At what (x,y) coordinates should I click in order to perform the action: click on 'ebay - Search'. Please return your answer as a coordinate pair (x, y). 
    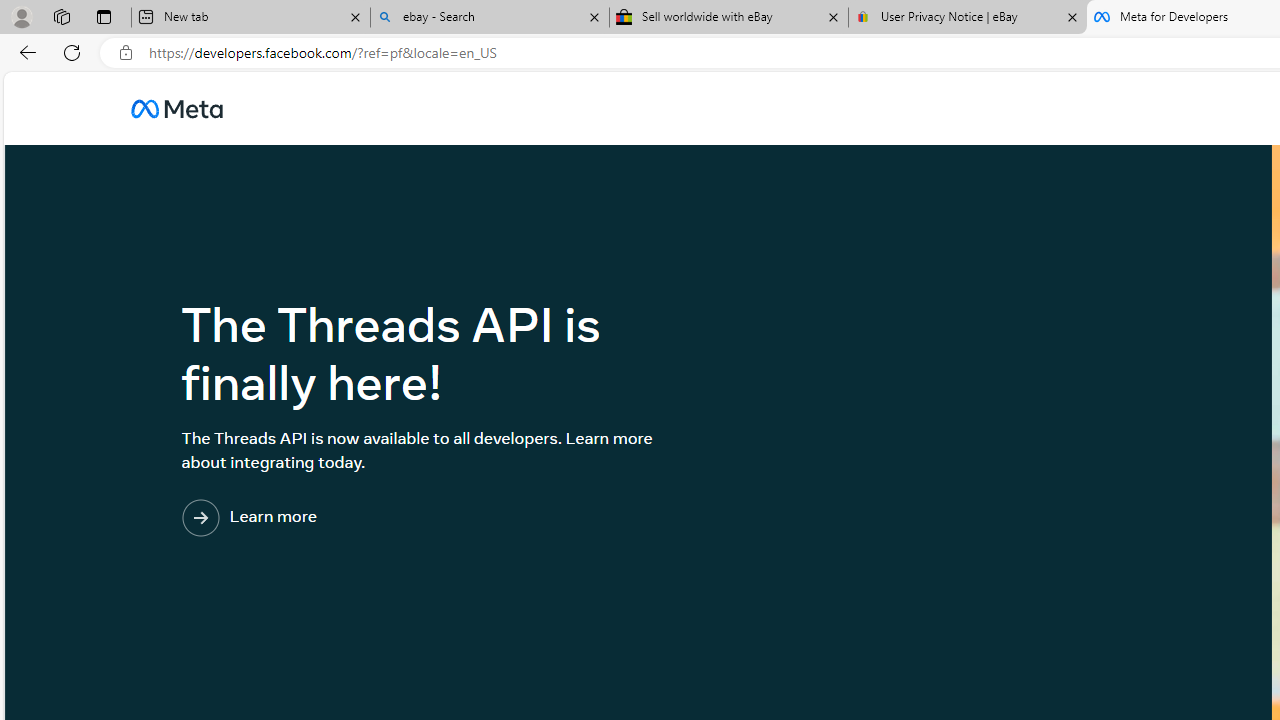
    Looking at the image, I should click on (490, 17).